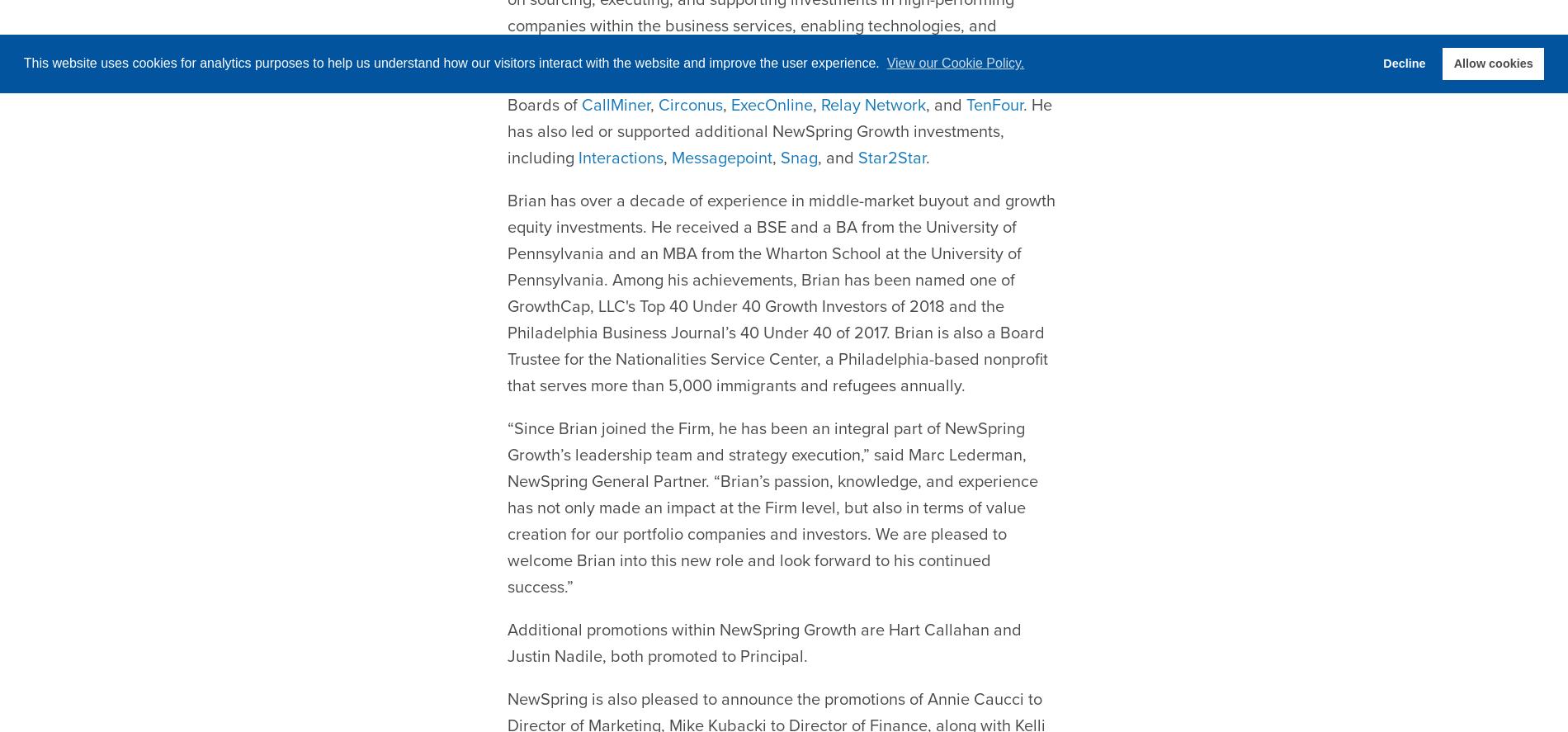 This screenshot has width=1568, height=732. Describe the element at coordinates (620, 117) in the screenshot. I see `'Interactions'` at that location.